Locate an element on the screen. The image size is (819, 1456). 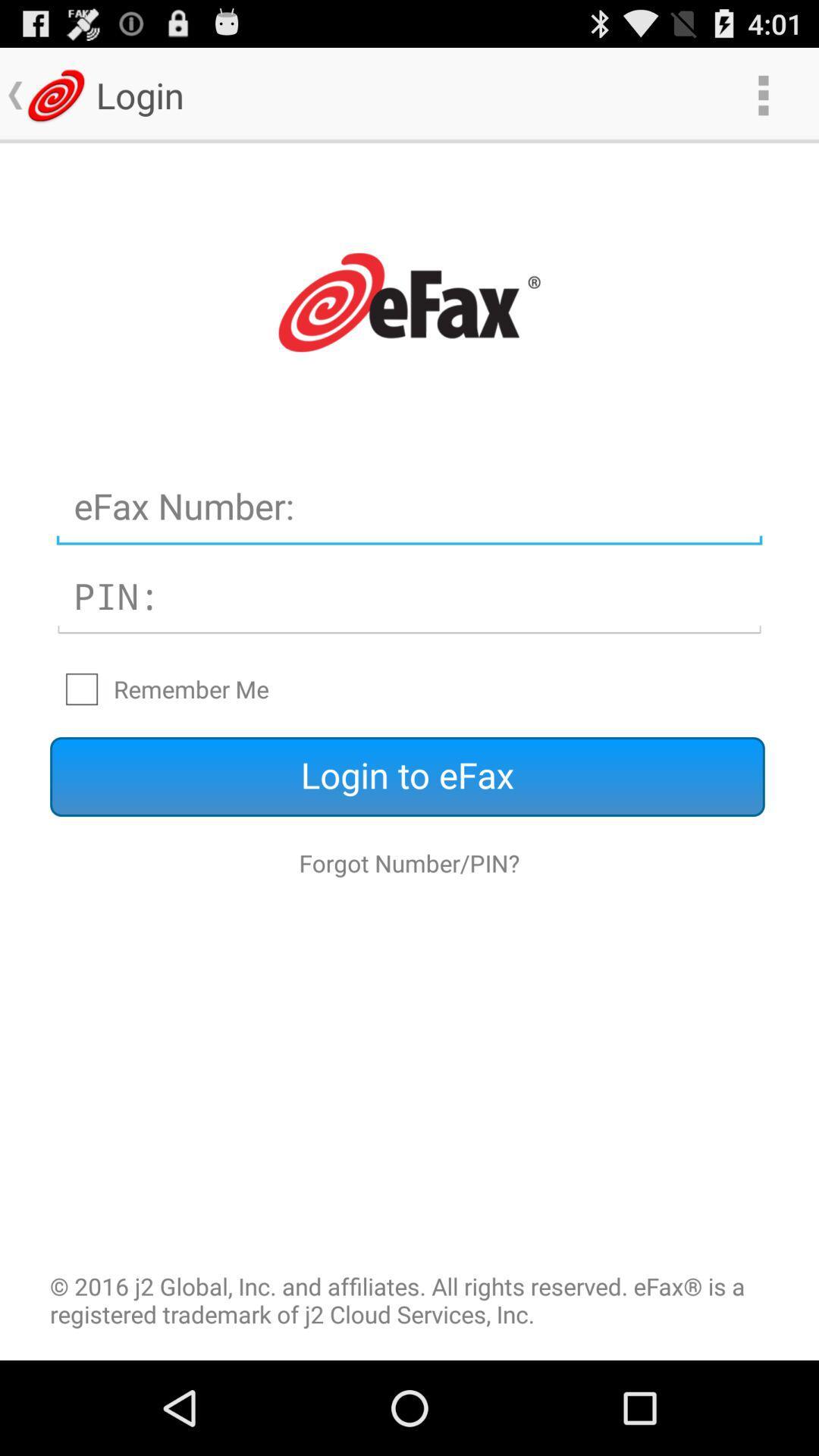
the icon below login to efax is located at coordinates (409, 863).